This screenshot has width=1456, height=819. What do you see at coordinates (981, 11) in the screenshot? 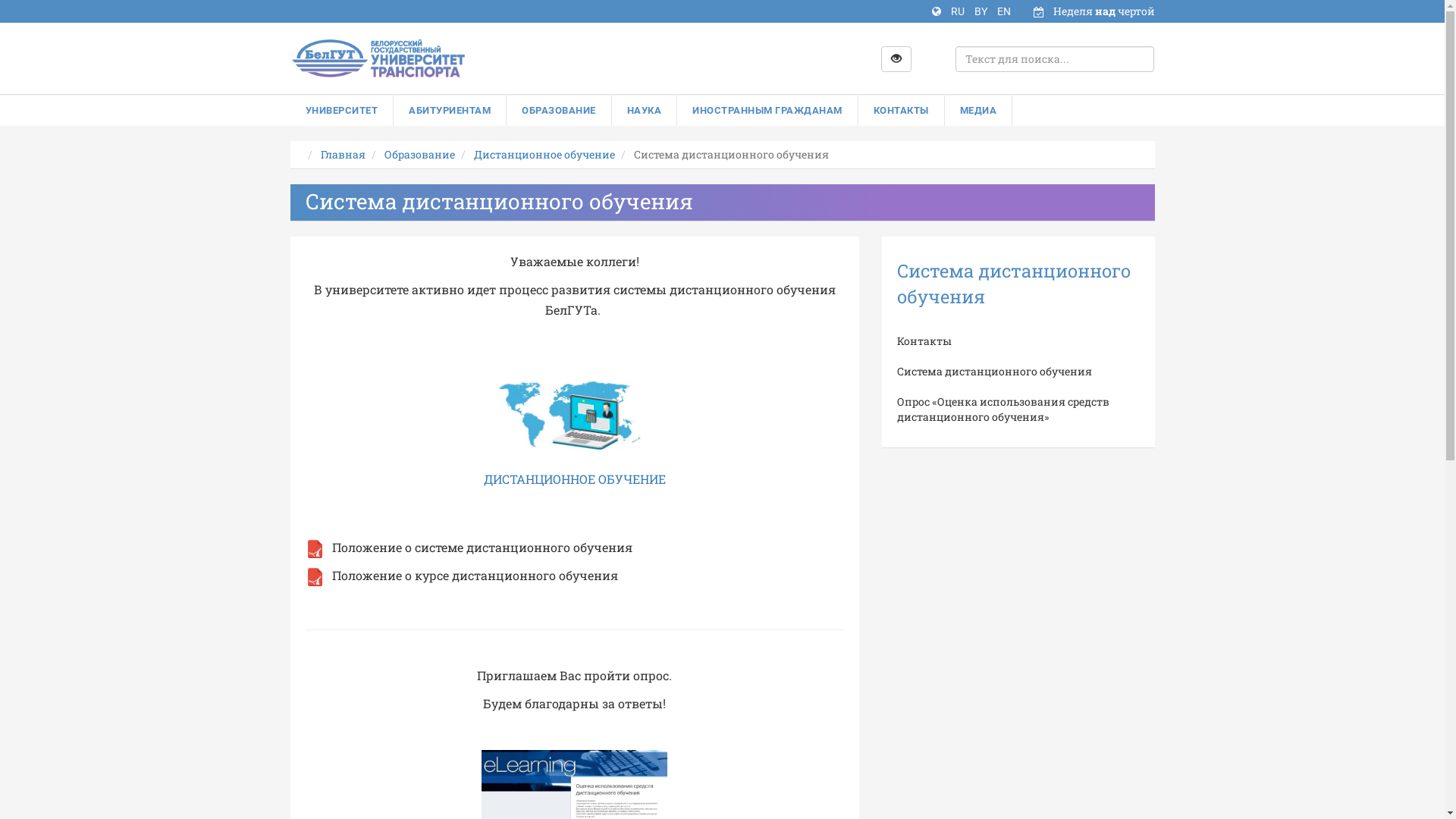
I see `'BY'` at bounding box center [981, 11].